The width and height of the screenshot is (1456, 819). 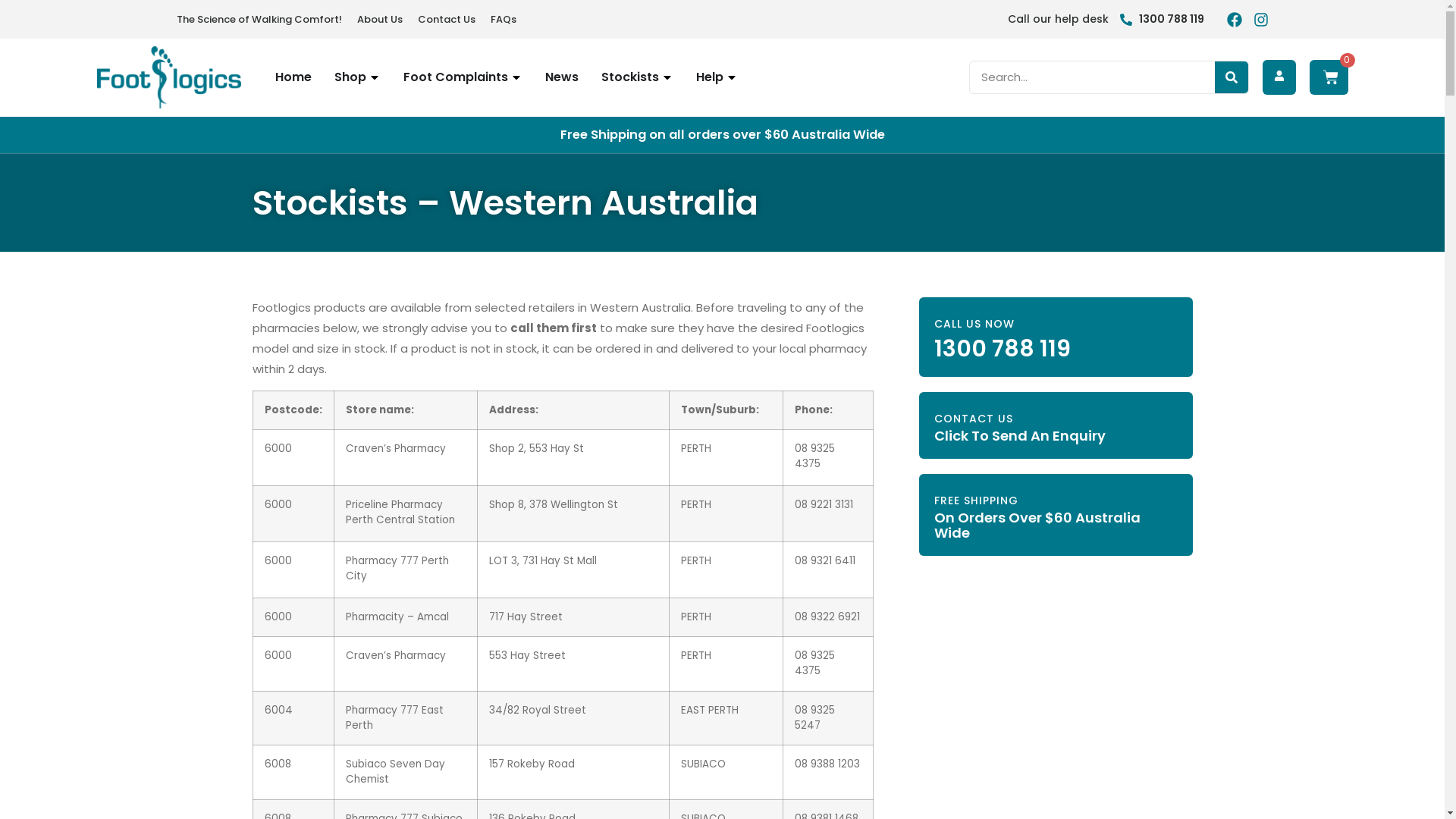 I want to click on 'Contact Us', so click(x=445, y=19).